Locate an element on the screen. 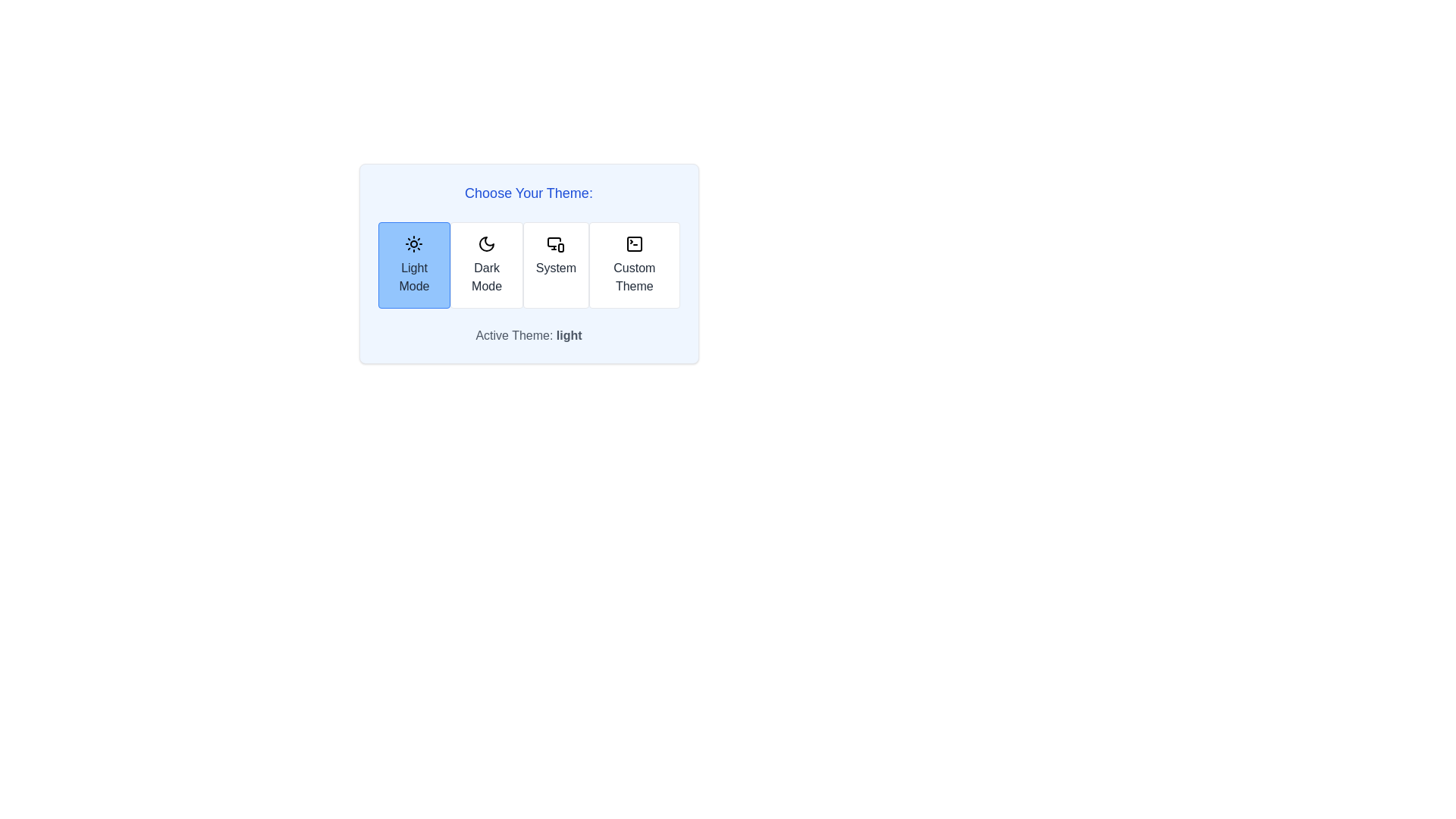  the theme option Dark Mode by clicking on the corresponding button is located at coordinates (487, 265).